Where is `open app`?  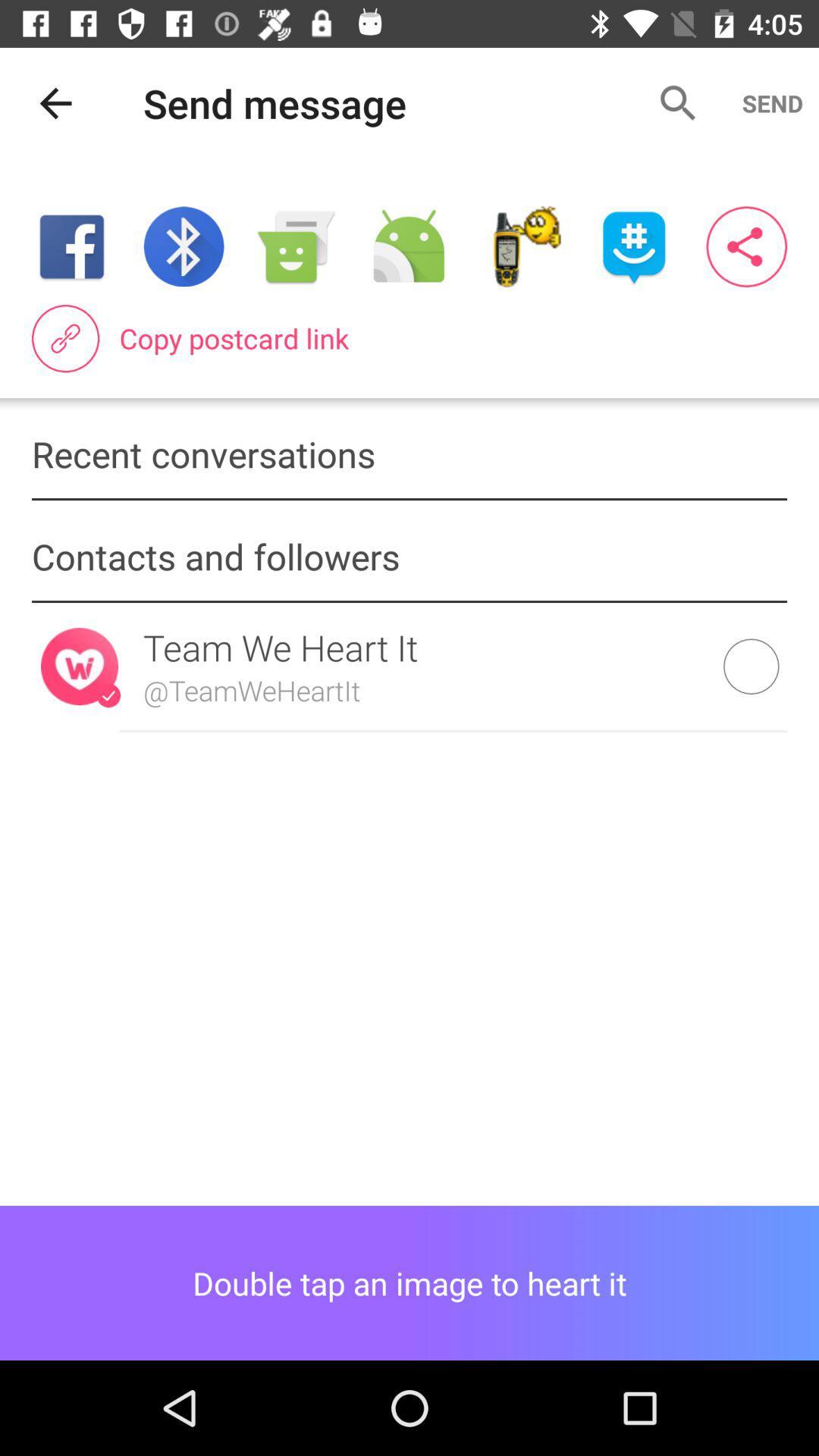 open app is located at coordinates (634, 246).